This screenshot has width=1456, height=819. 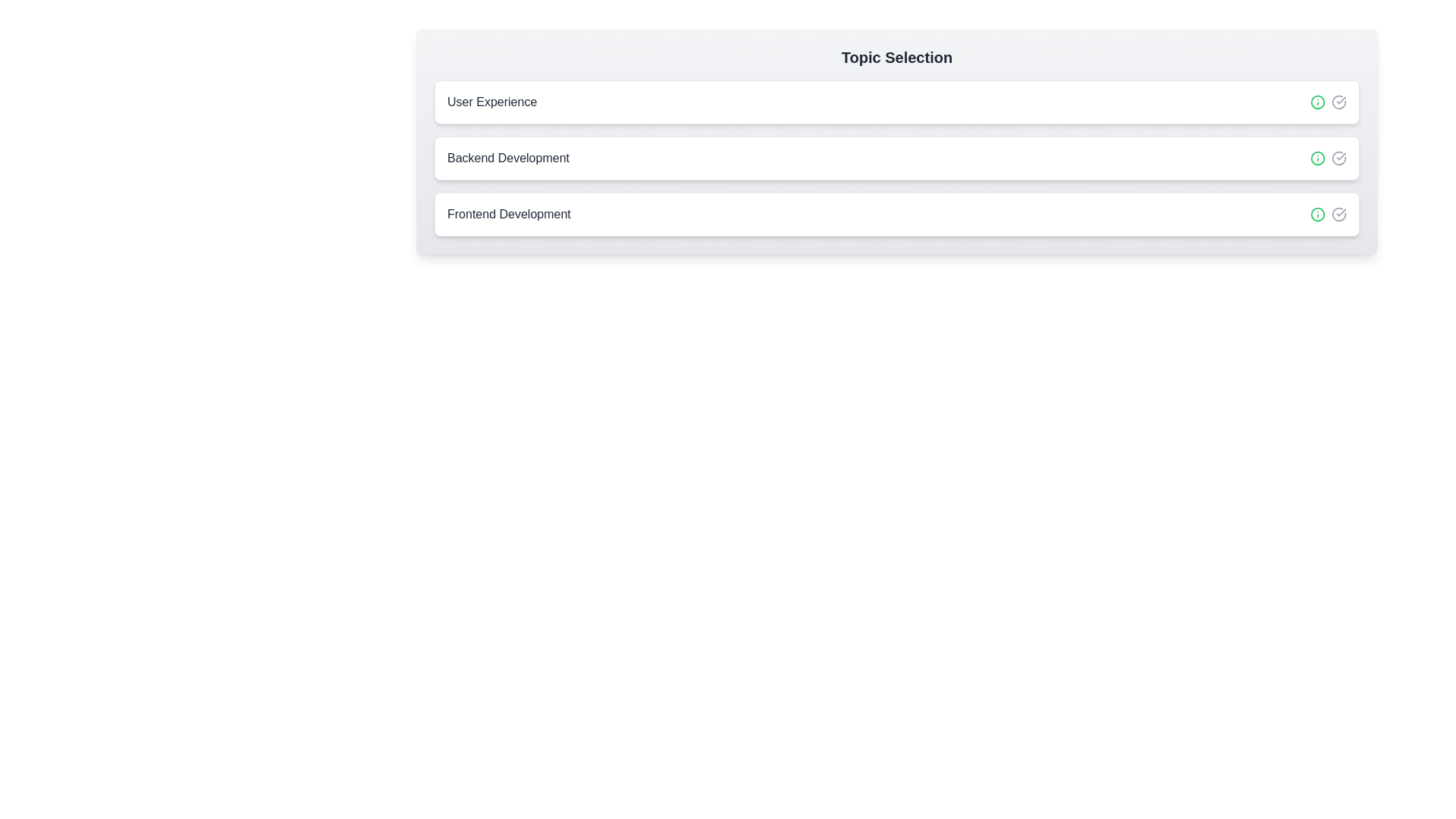 I want to click on the chip labeled Frontend Development to select it, so click(x=896, y=214).